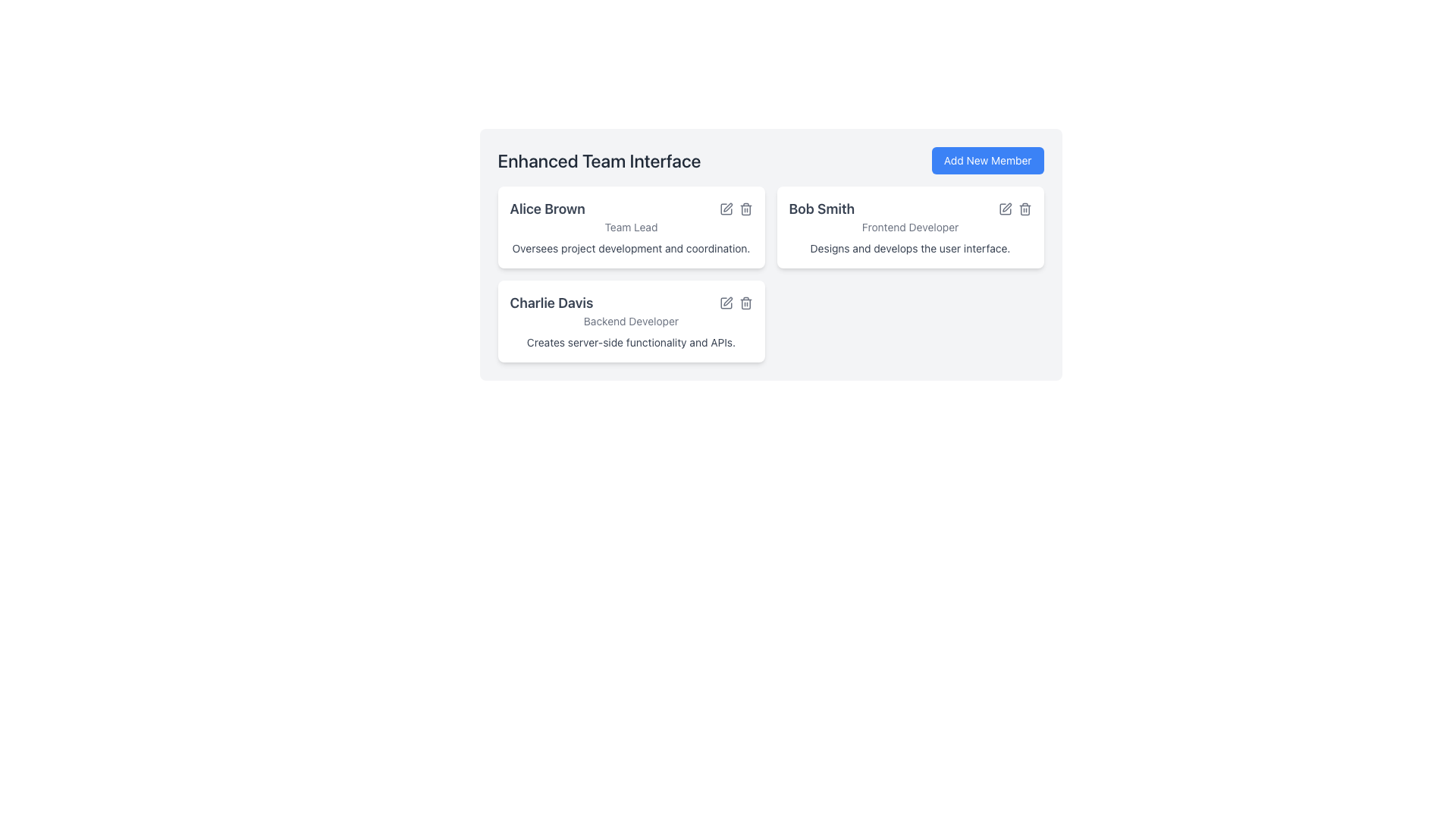  What do you see at coordinates (910, 227) in the screenshot?
I see `the Card component displaying information about Bob Smith, which includes his name, job title, and description, located in the upper-right of the grid layout` at bounding box center [910, 227].